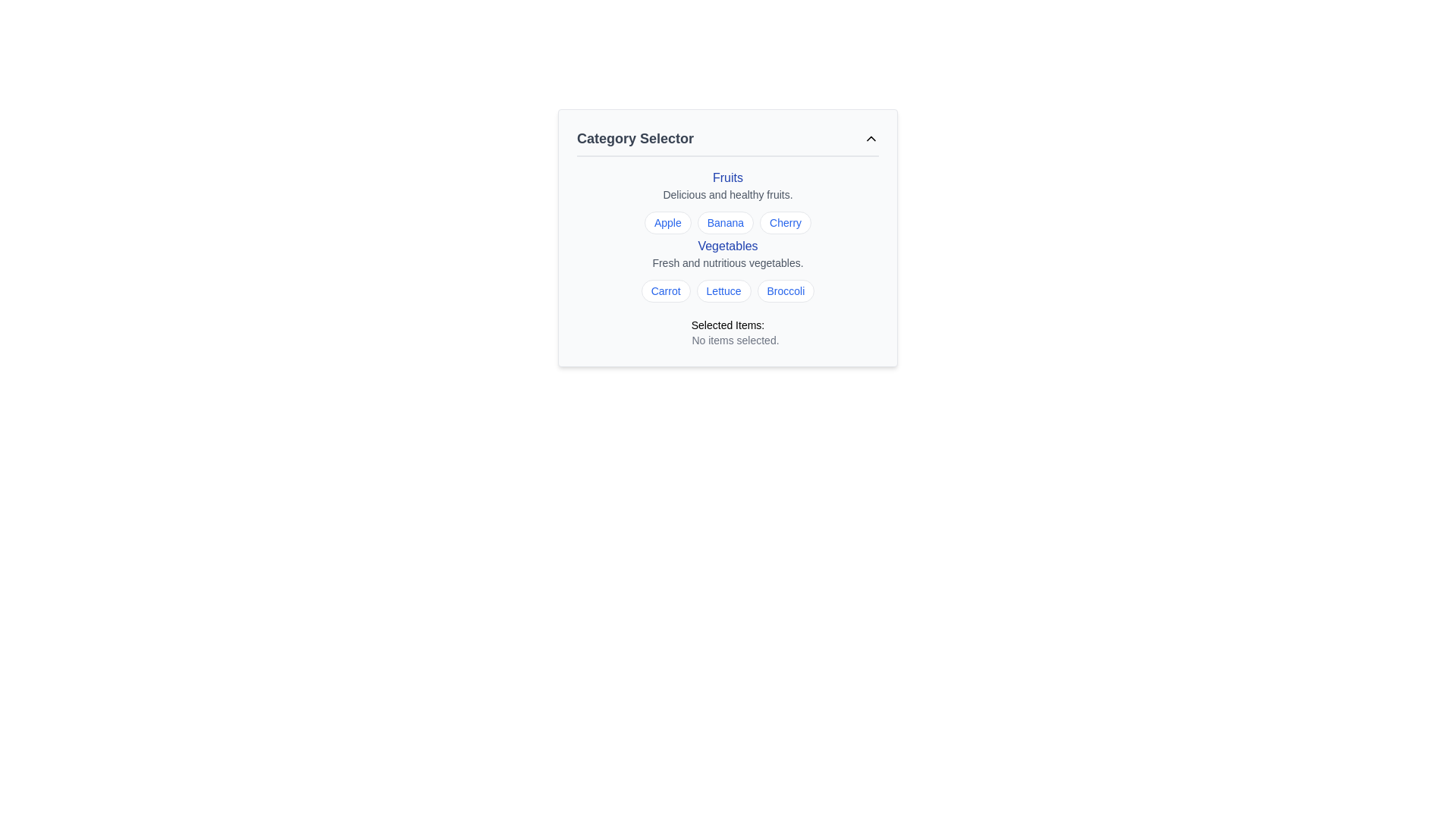  What do you see at coordinates (728, 177) in the screenshot?
I see `the bold, medium-sized blue text label displaying 'Fruits' at the header of the fruits section` at bounding box center [728, 177].